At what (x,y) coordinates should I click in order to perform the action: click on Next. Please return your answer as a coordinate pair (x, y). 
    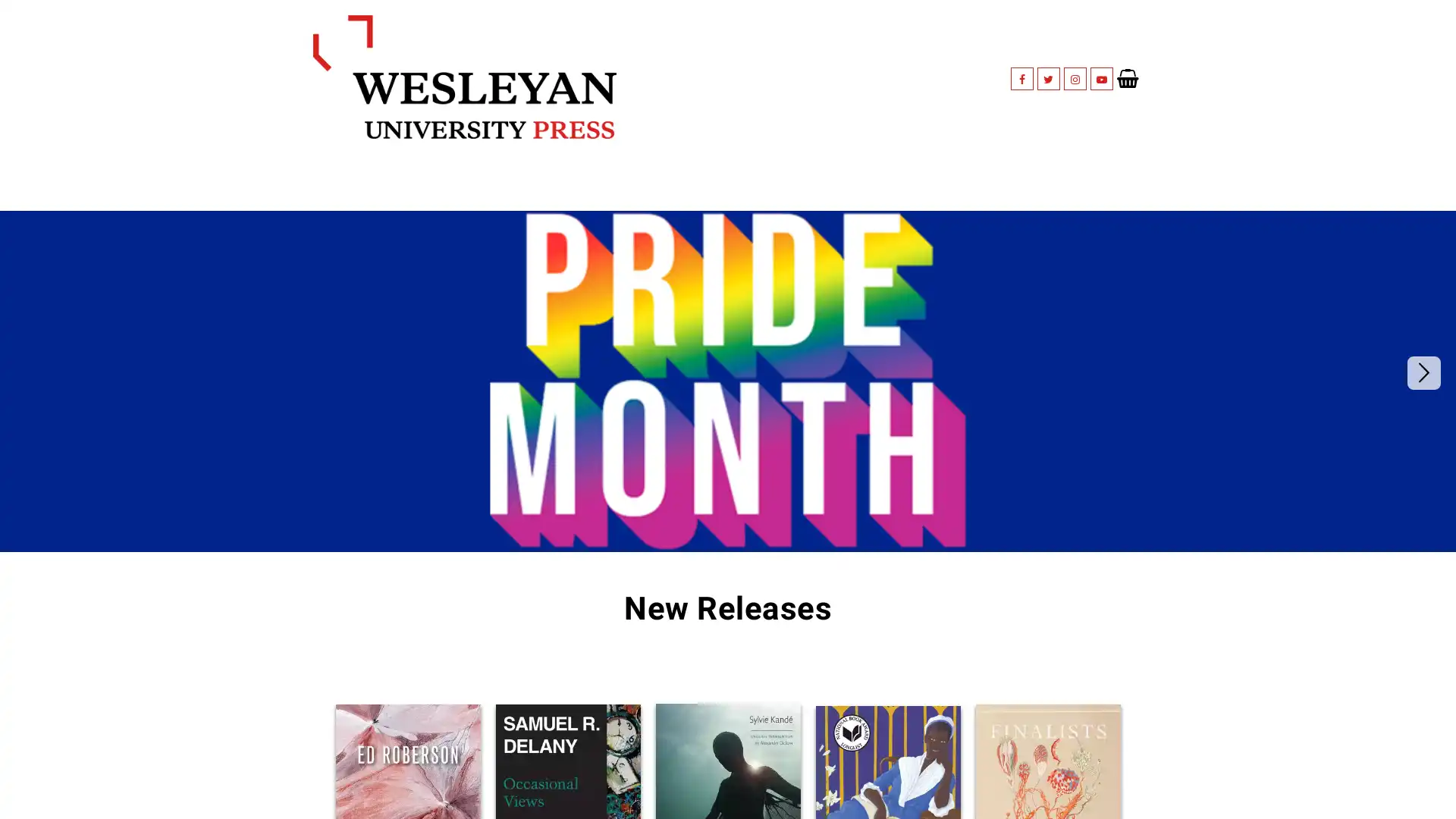
    Looking at the image, I should click on (1423, 350).